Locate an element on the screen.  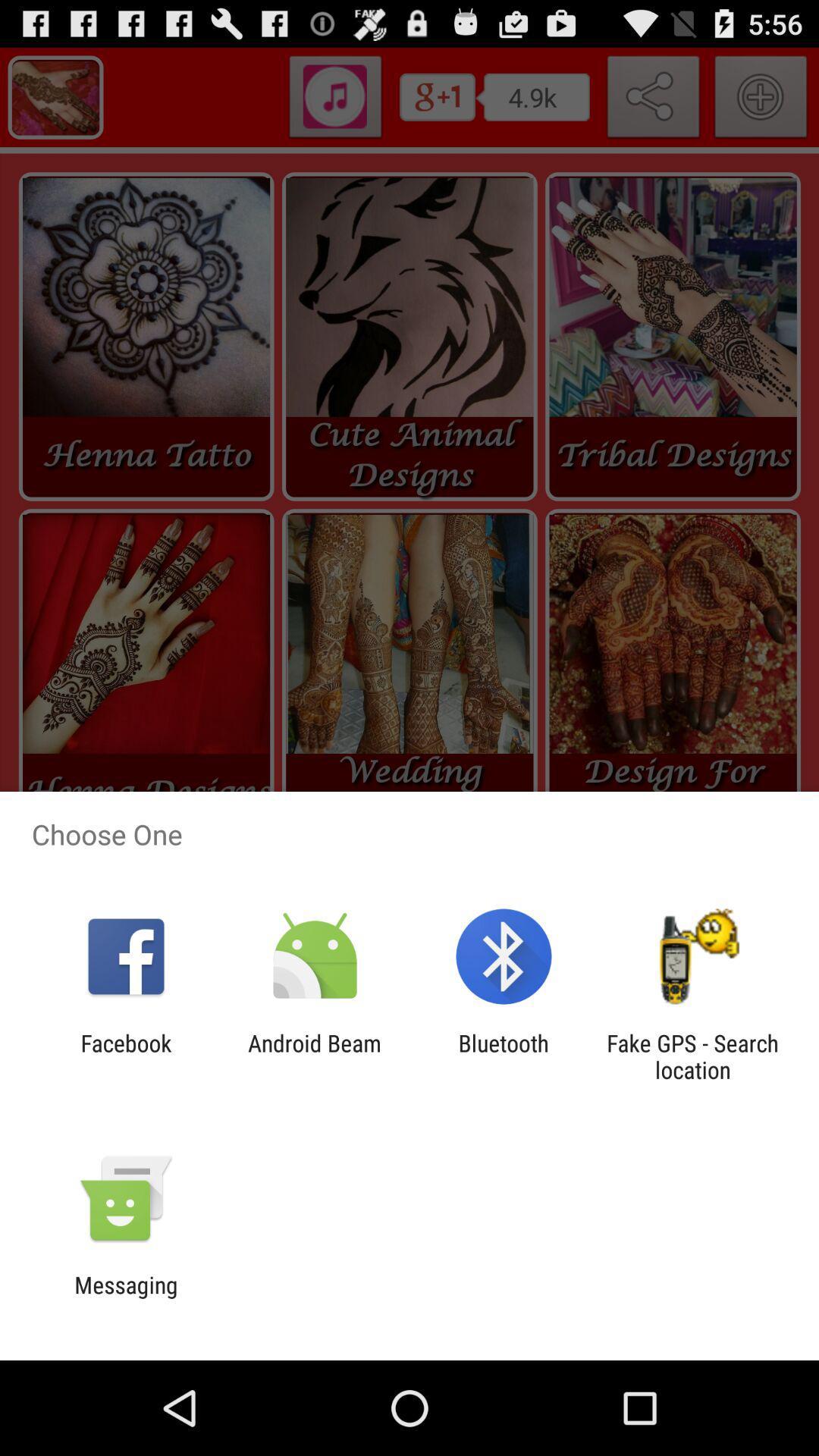
messaging is located at coordinates (125, 1298).